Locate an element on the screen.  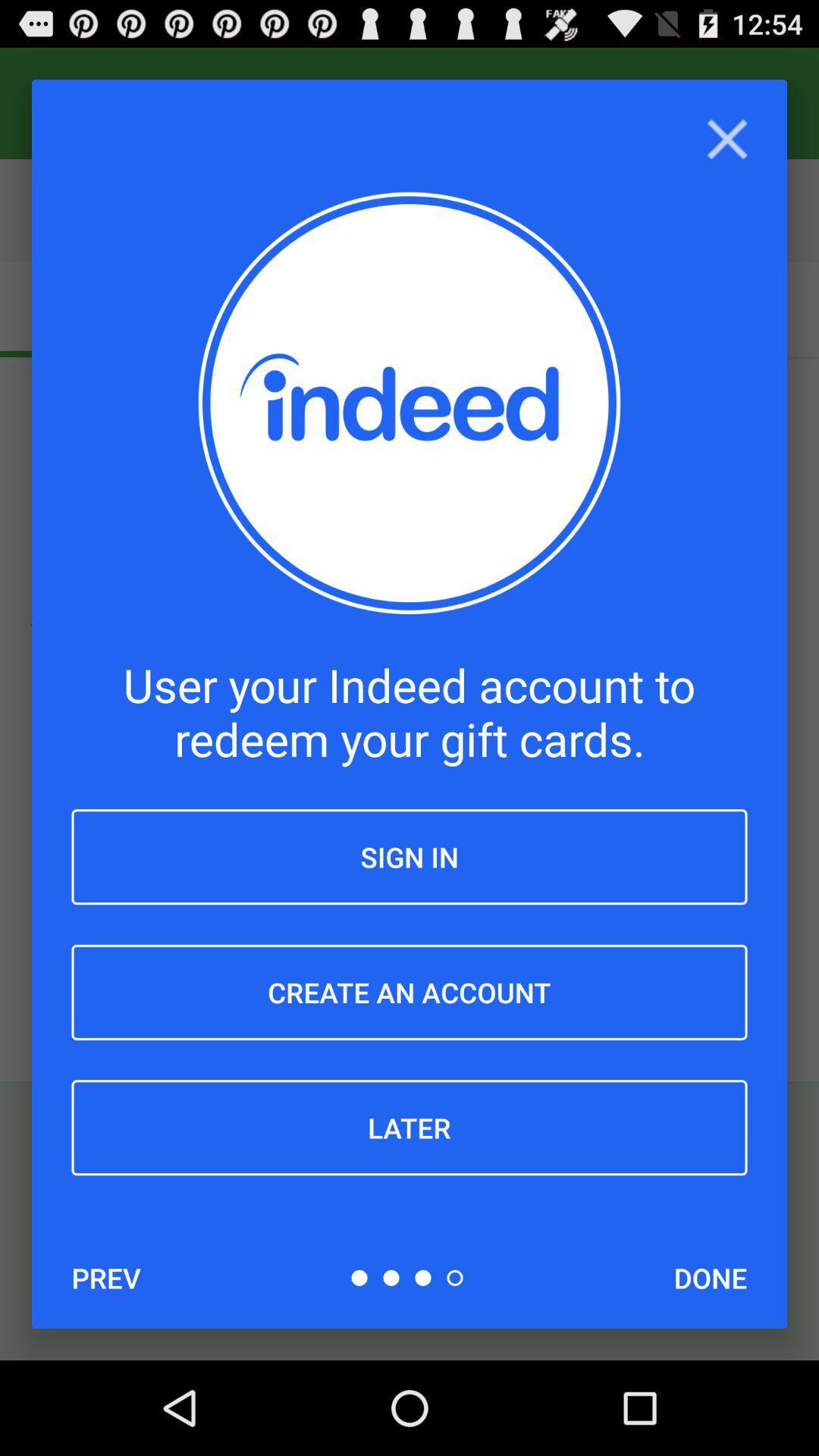
icon above the later icon is located at coordinates (409, 992).